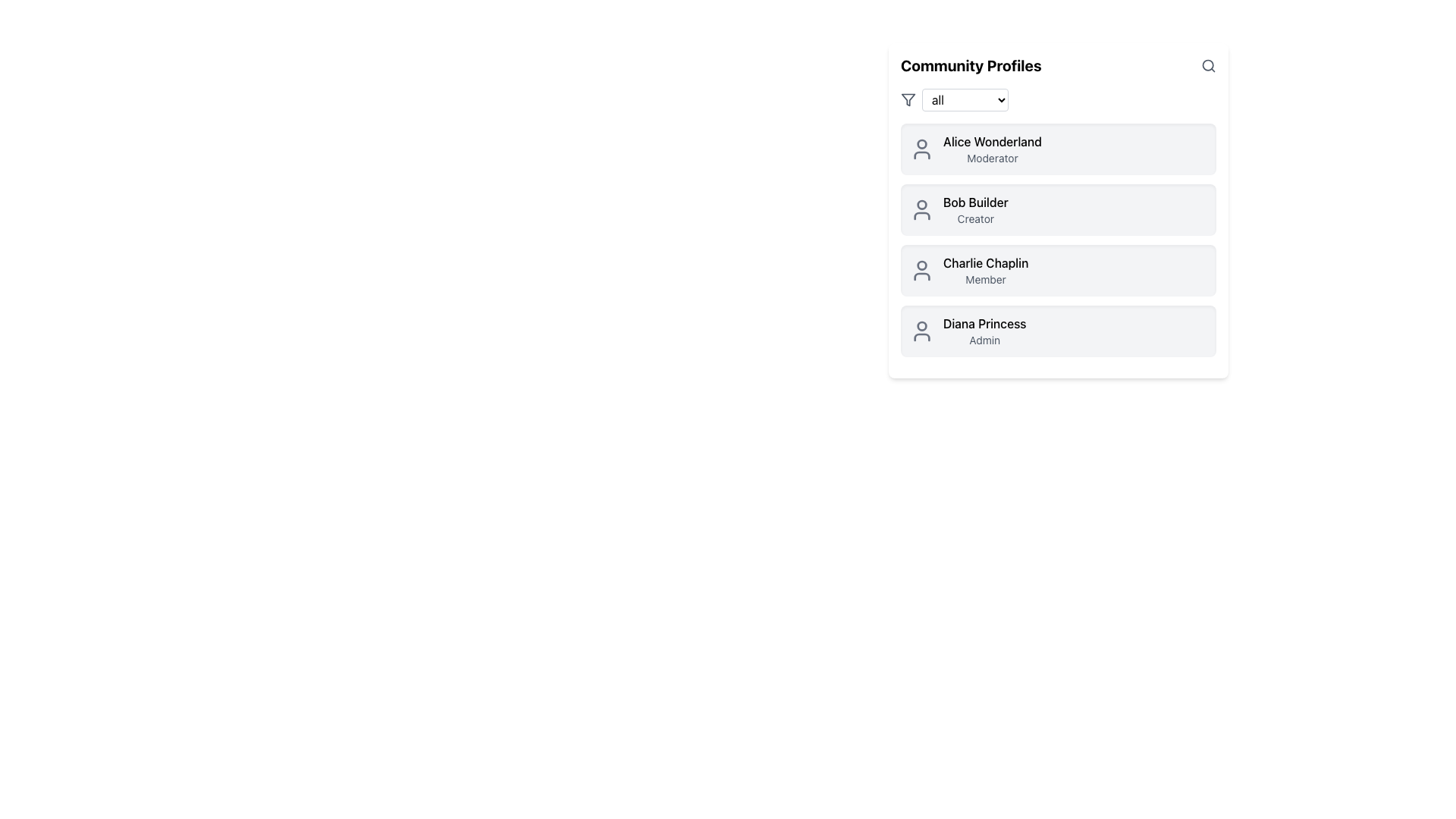  I want to click on the magnifying glass-shaped search icon located at the top-right corner of the 'Community Profiles' header, so click(1207, 65).